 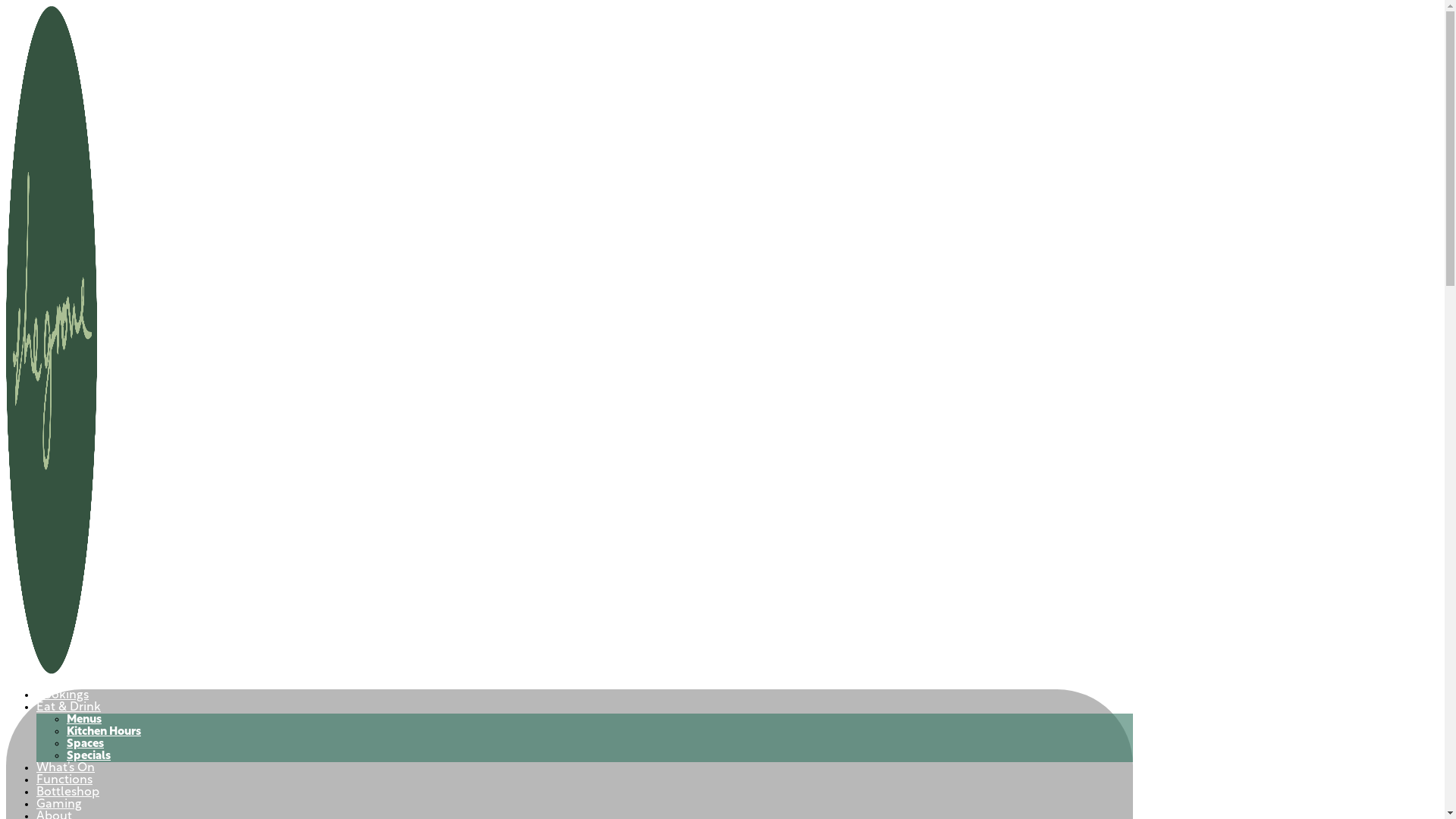 What do you see at coordinates (65, 731) in the screenshot?
I see `'Kitchen Hours'` at bounding box center [65, 731].